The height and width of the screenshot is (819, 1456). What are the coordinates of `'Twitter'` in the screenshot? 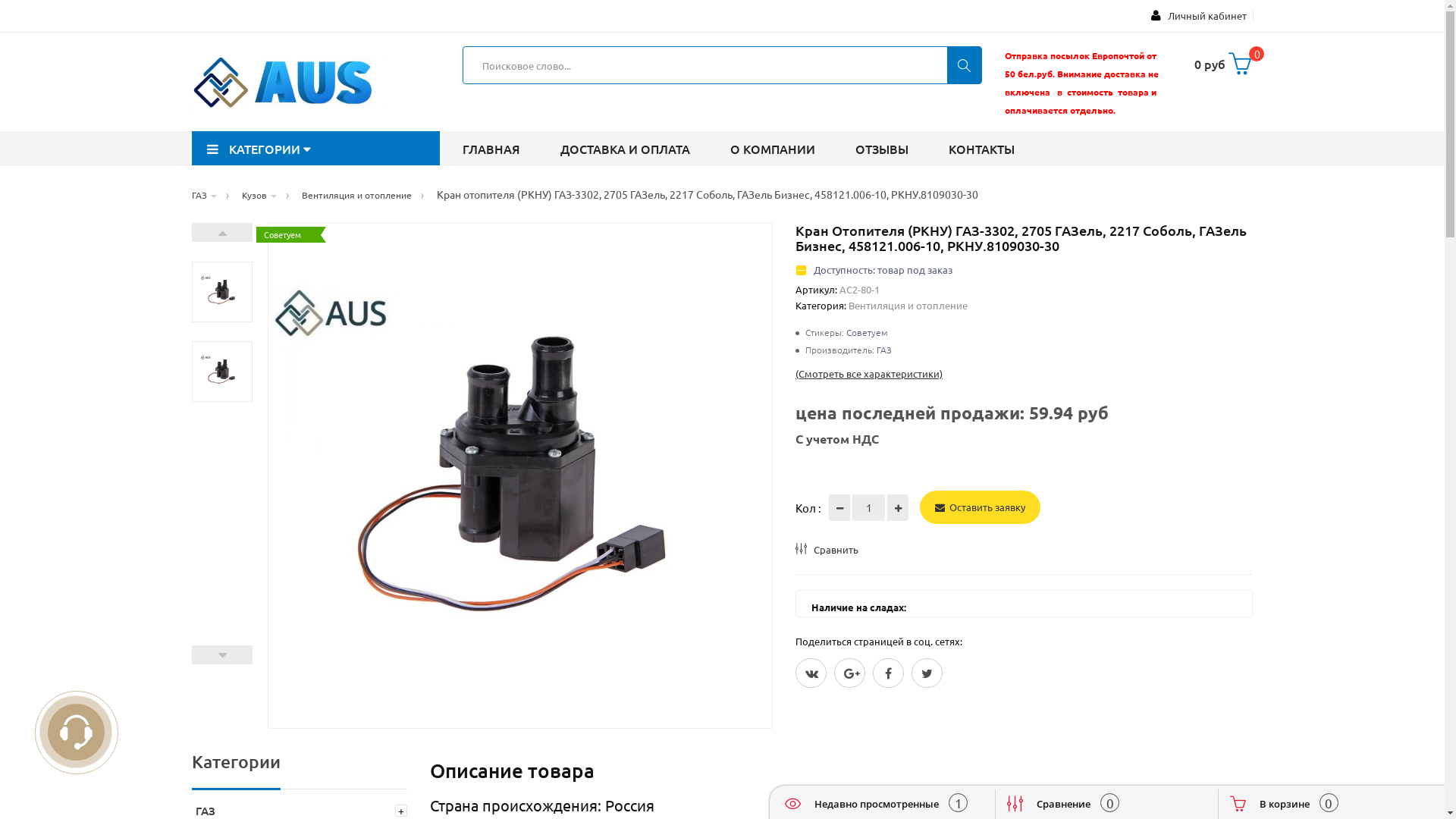 It's located at (910, 672).